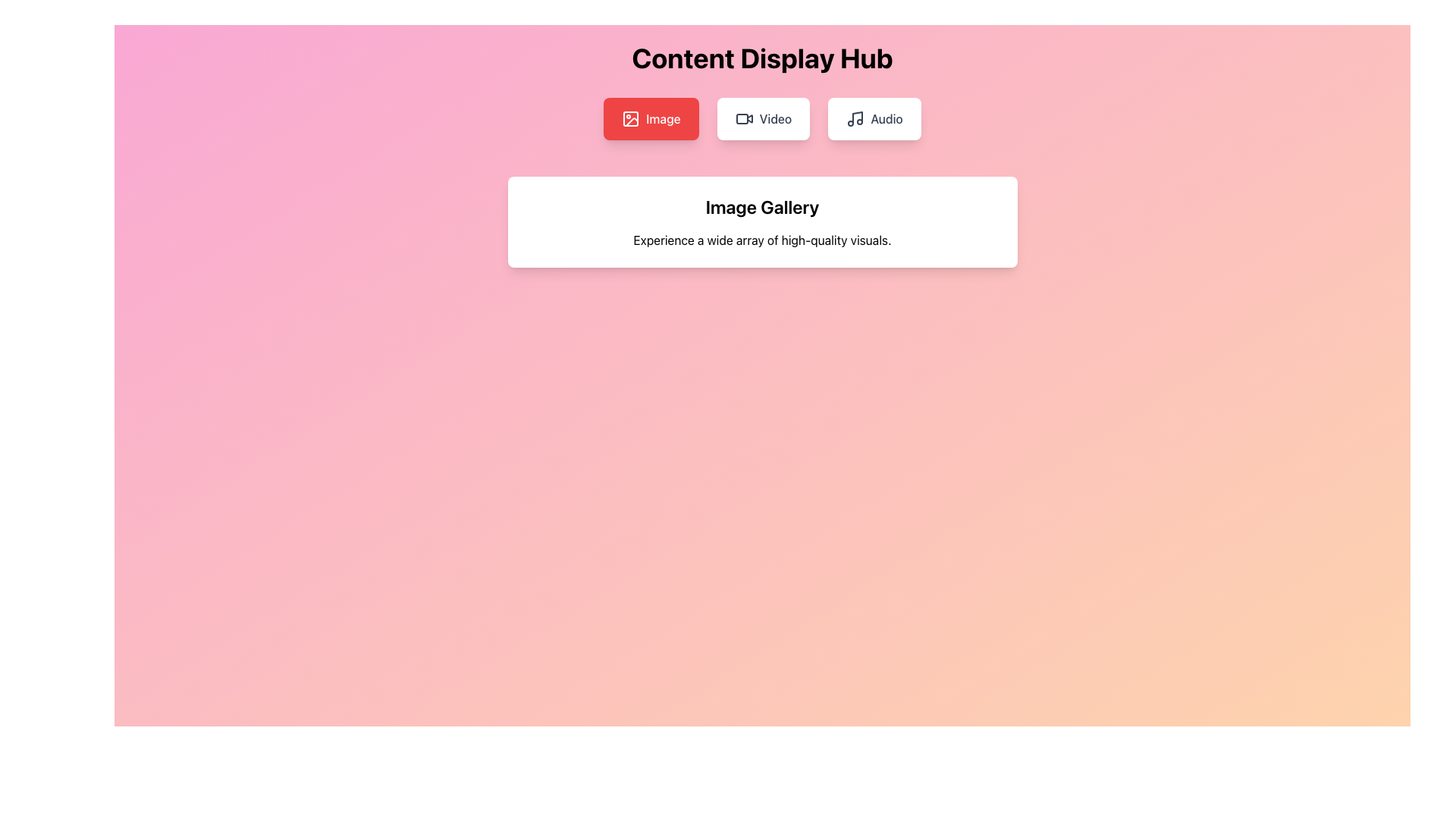 The image size is (1456, 819). What do you see at coordinates (631, 118) in the screenshot?
I see `the 'Image' SVG Icon located on the leftmost side of the horizontal button group below the 'Content Display Hub' heading` at bounding box center [631, 118].